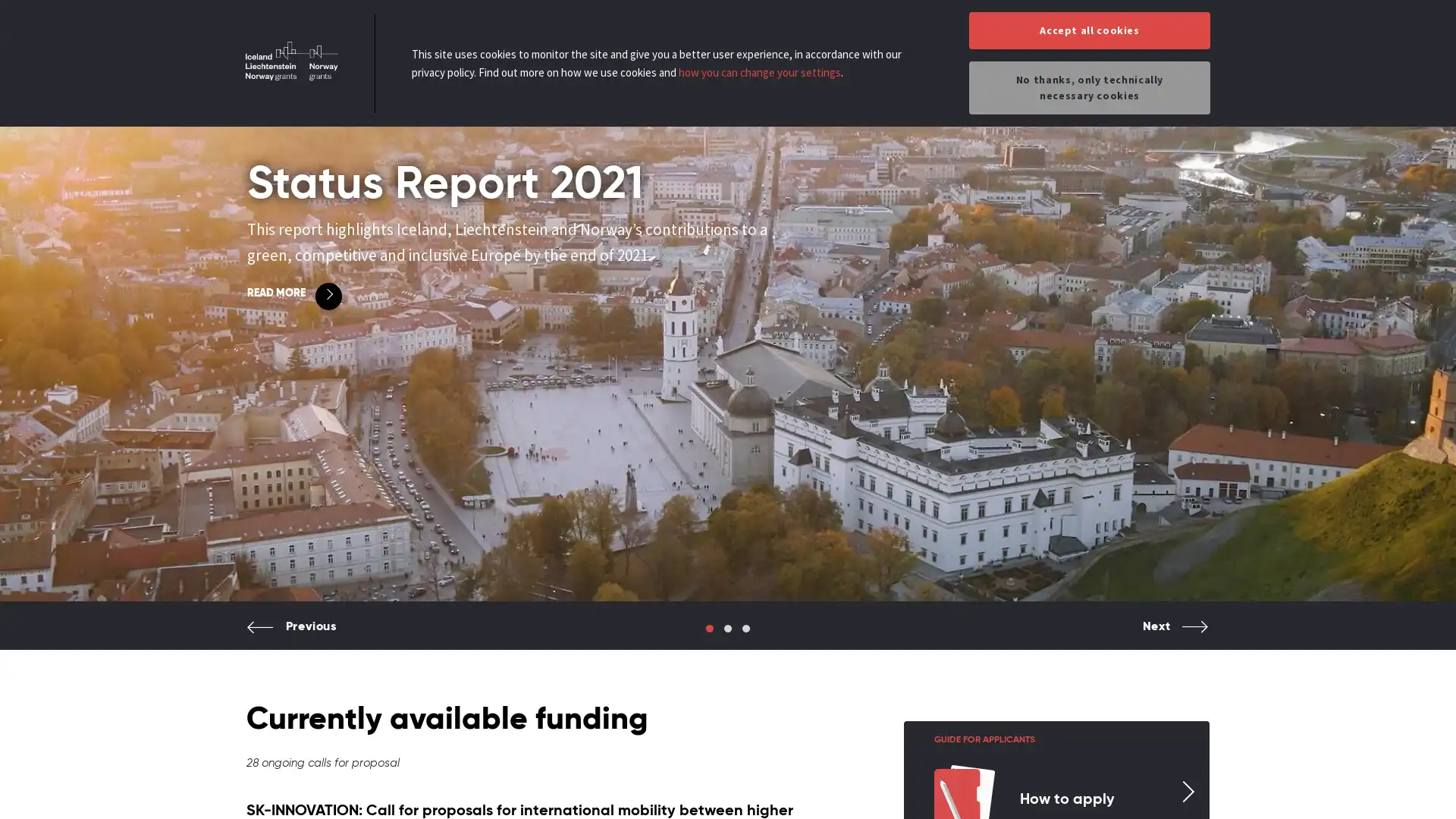 This screenshot has width=1456, height=819. Describe the element at coordinates (1088, 30) in the screenshot. I see `Accept all cookies` at that location.